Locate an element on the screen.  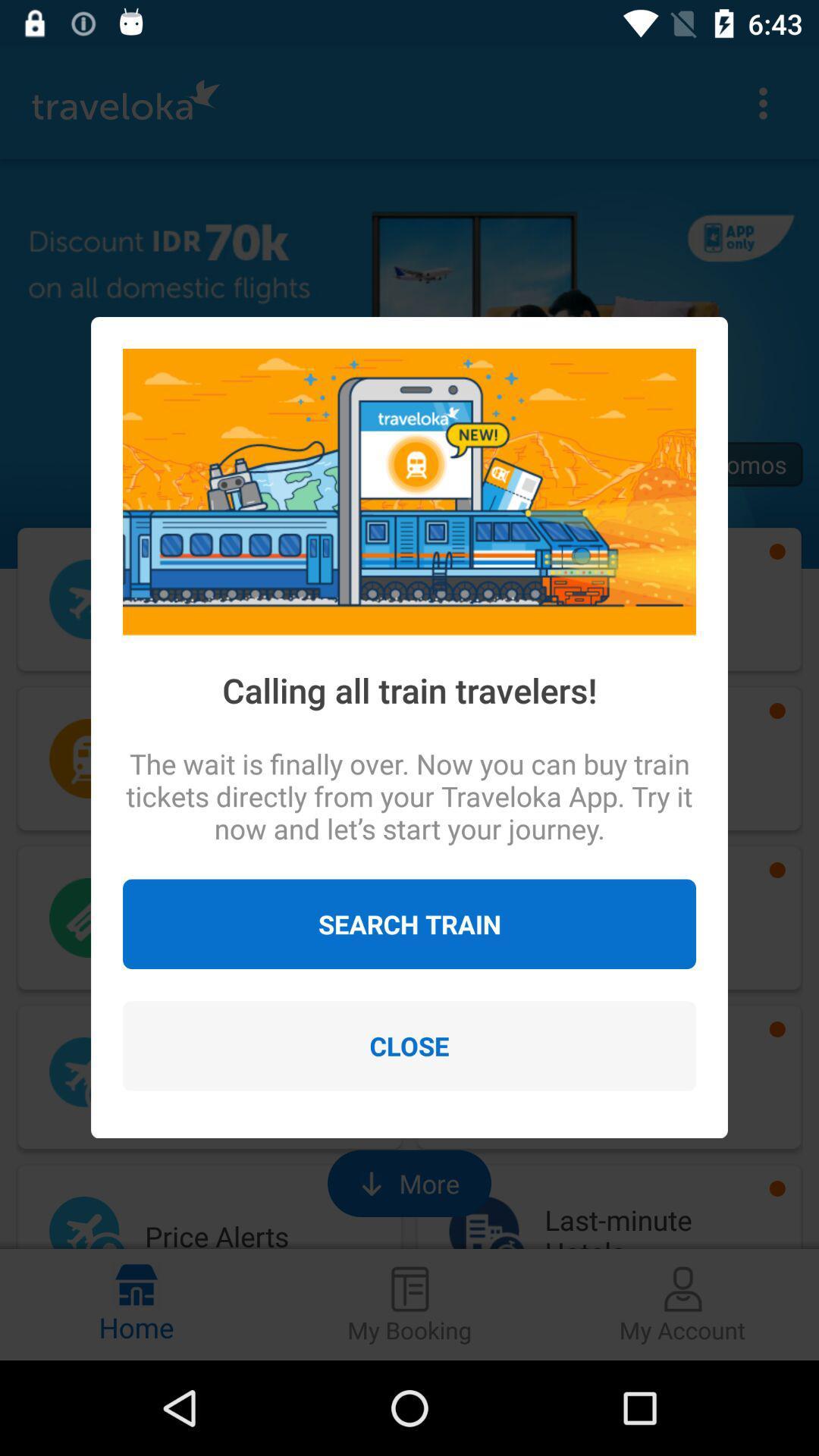
the item below the the wait is item is located at coordinates (409, 923).